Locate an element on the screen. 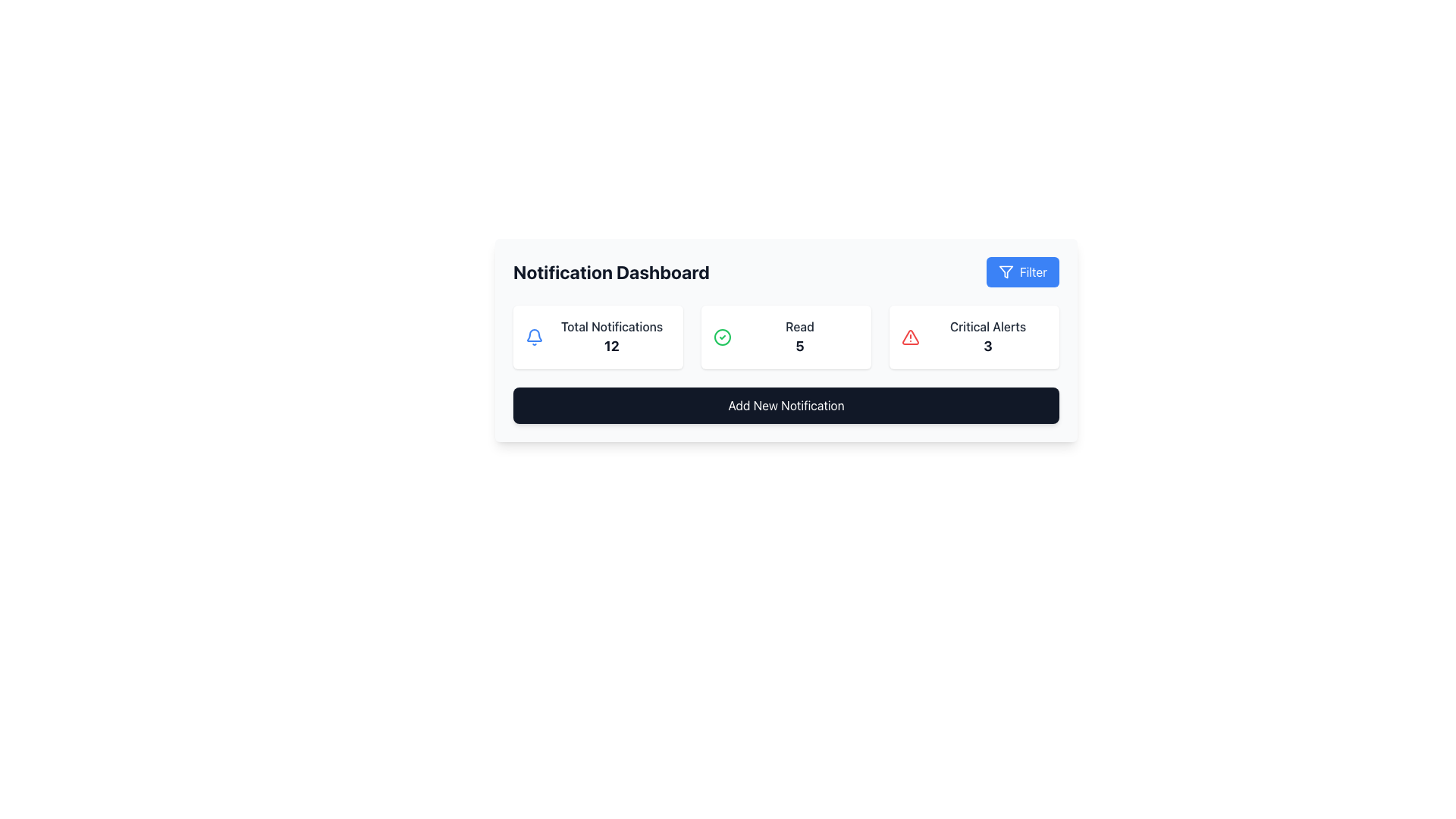 Image resolution: width=1456 pixels, height=819 pixels. the triangular funnel-shaped graphical icon located inside the 'Filter' button to initiate filtering operations is located at coordinates (1006, 271).